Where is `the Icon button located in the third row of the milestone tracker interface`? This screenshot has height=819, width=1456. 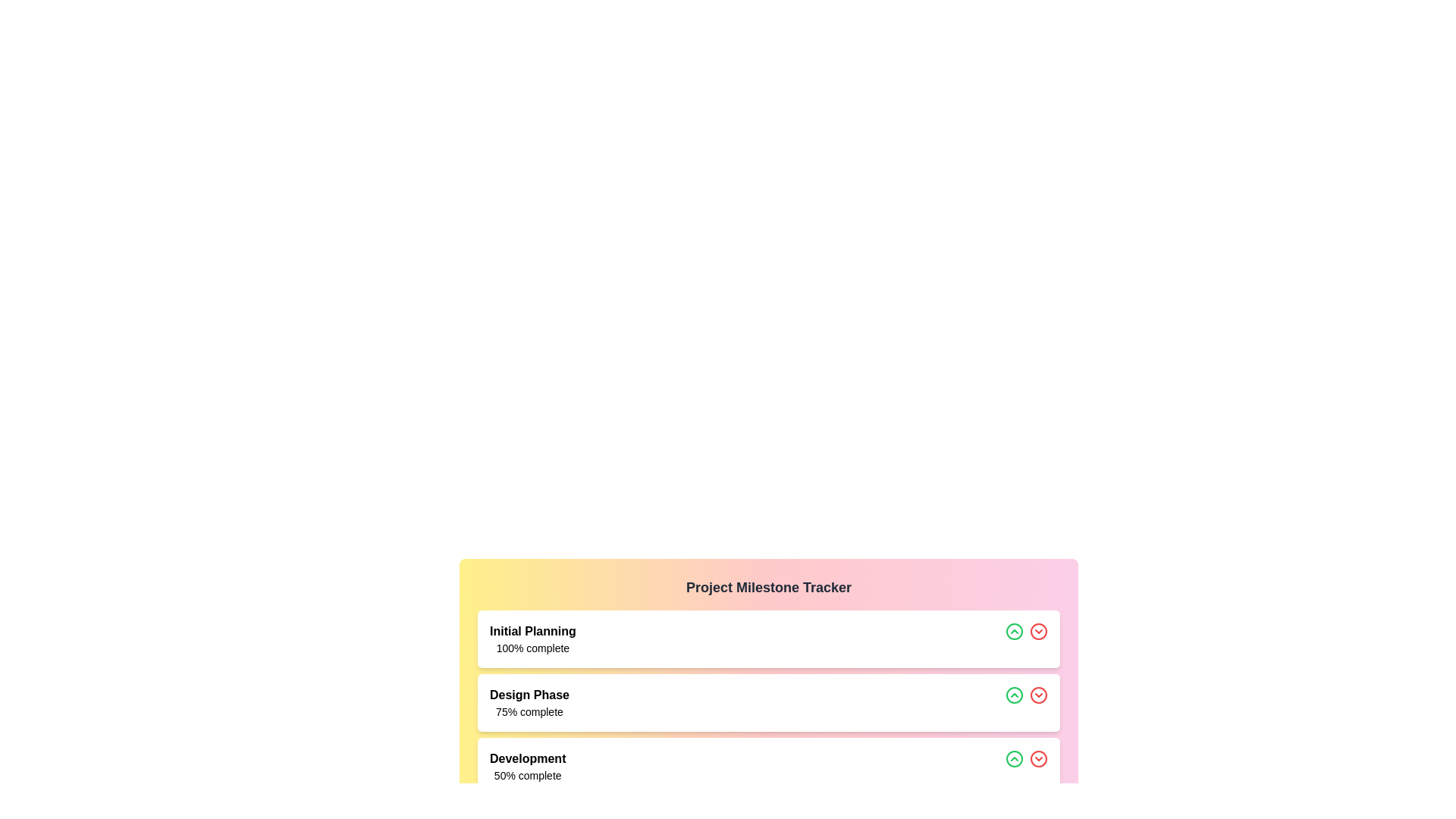 the Icon button located in the third row of the milestone tracker interface is located at coordinates (1037, 695).